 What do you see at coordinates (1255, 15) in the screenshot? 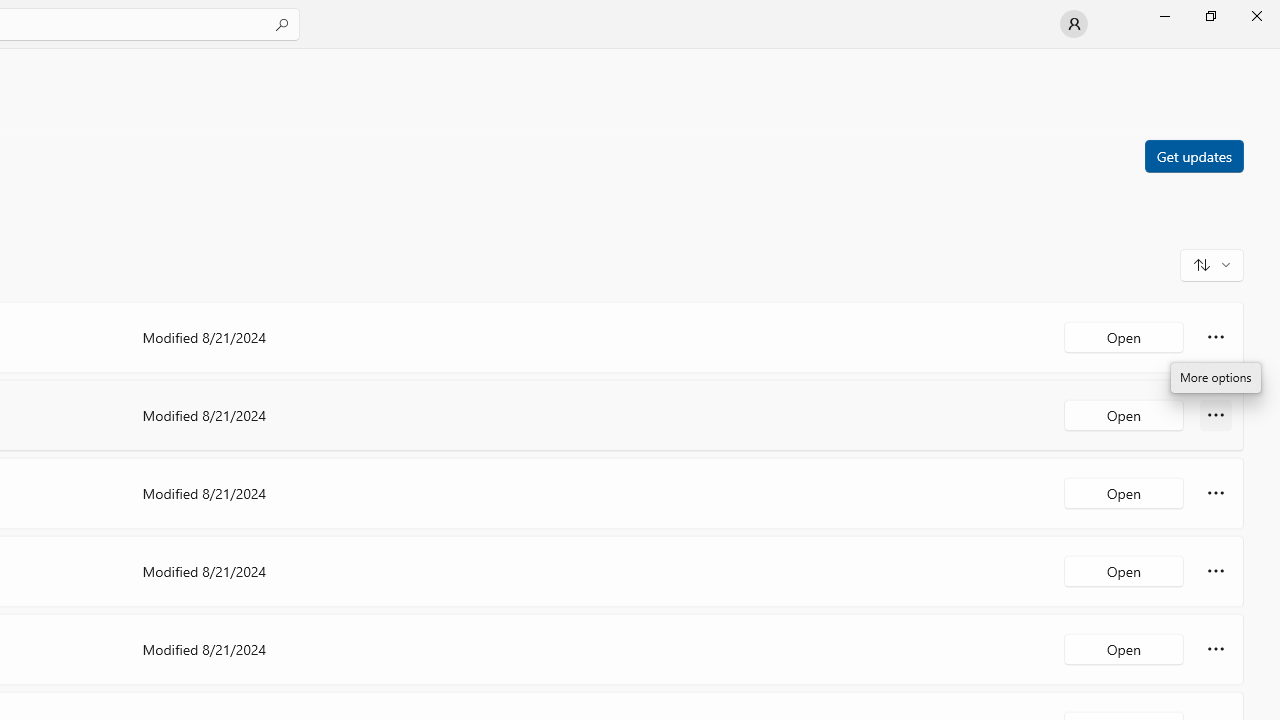
I see `'Close Microsoft Store'` at bounding box center [1255, 15].